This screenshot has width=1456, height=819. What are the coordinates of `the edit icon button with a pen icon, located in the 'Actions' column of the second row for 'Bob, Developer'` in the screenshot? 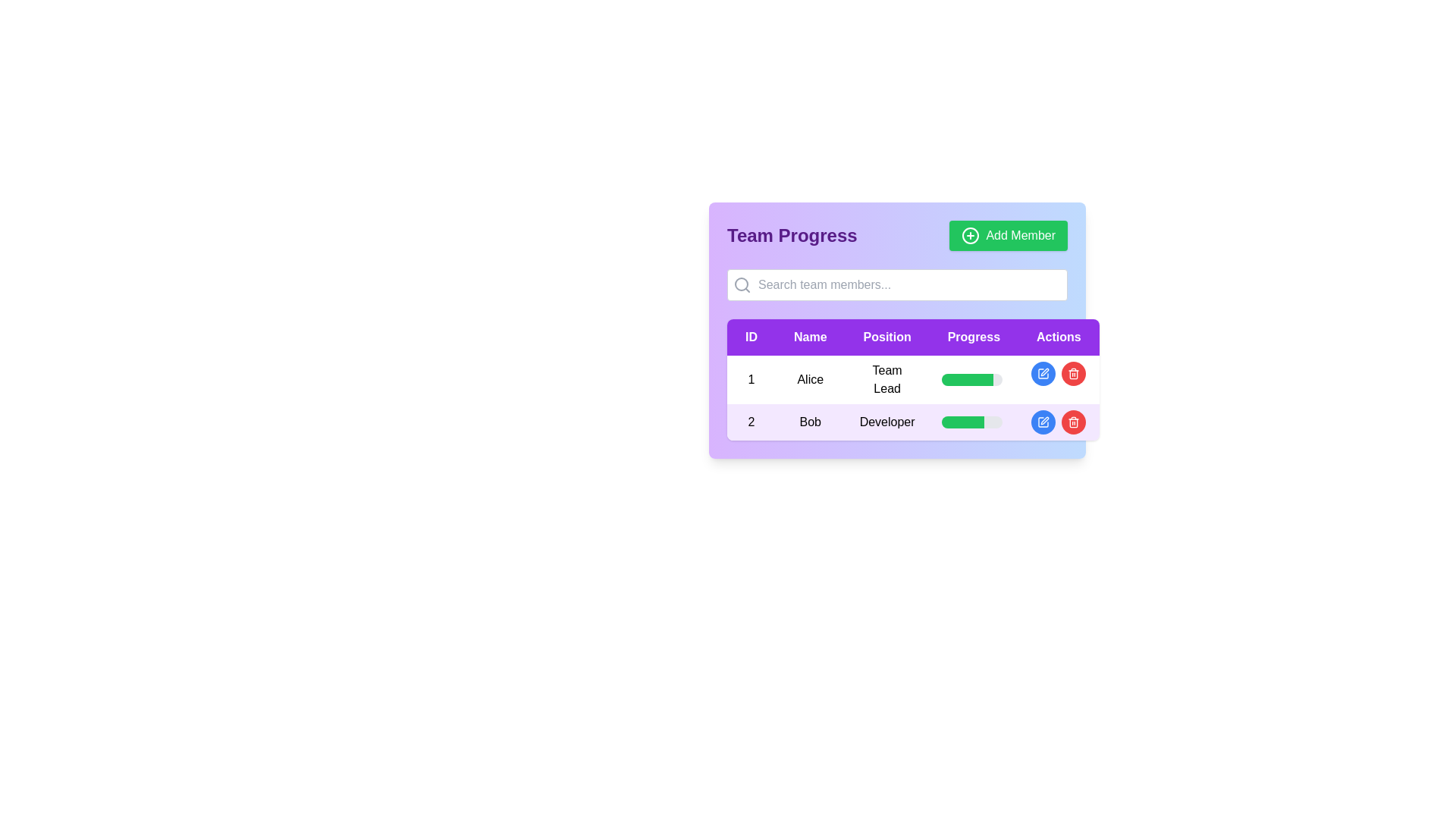 It's located at (1043, 422).